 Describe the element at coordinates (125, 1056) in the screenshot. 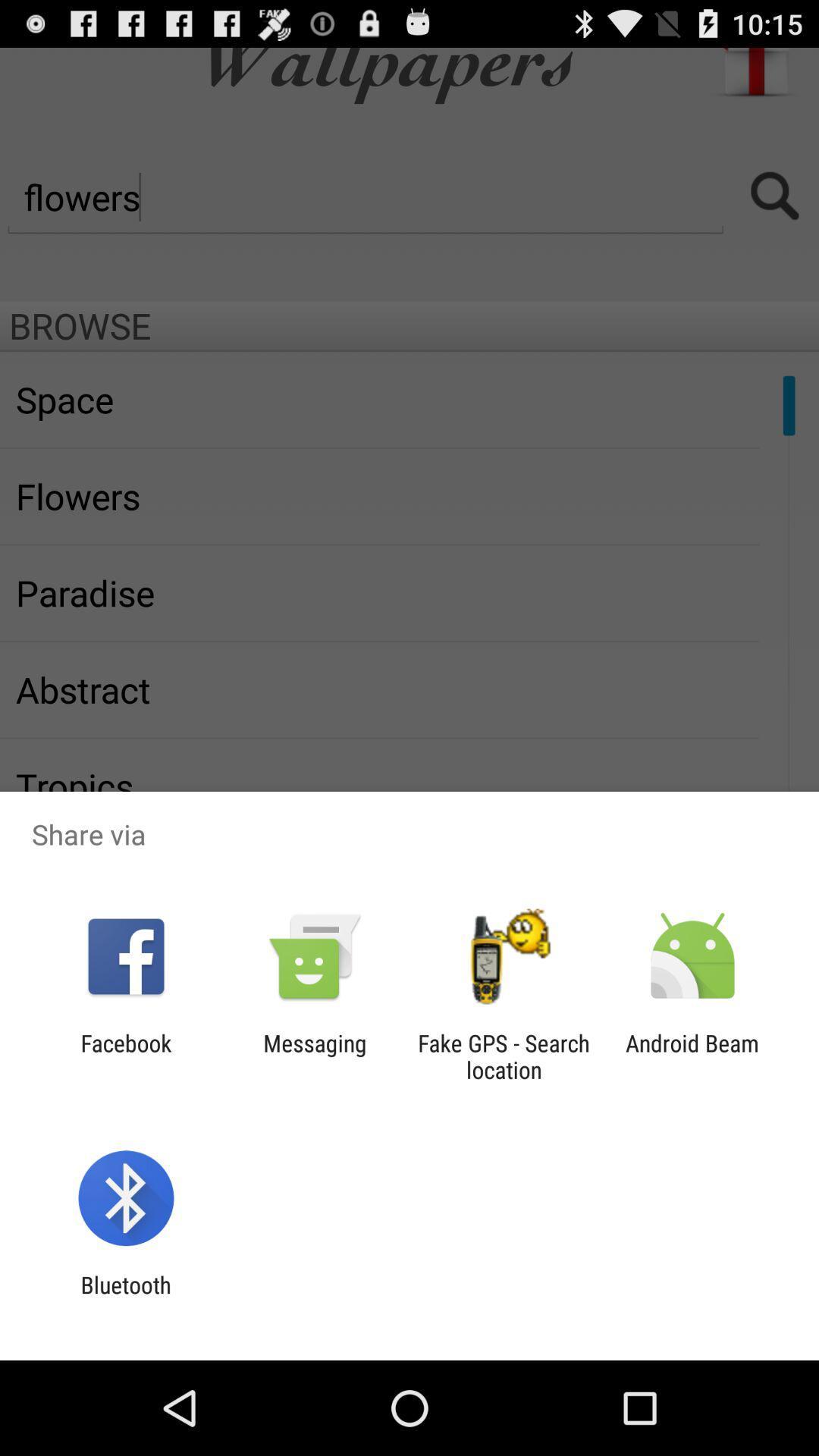

I see `the item next to the messaging` at that location.